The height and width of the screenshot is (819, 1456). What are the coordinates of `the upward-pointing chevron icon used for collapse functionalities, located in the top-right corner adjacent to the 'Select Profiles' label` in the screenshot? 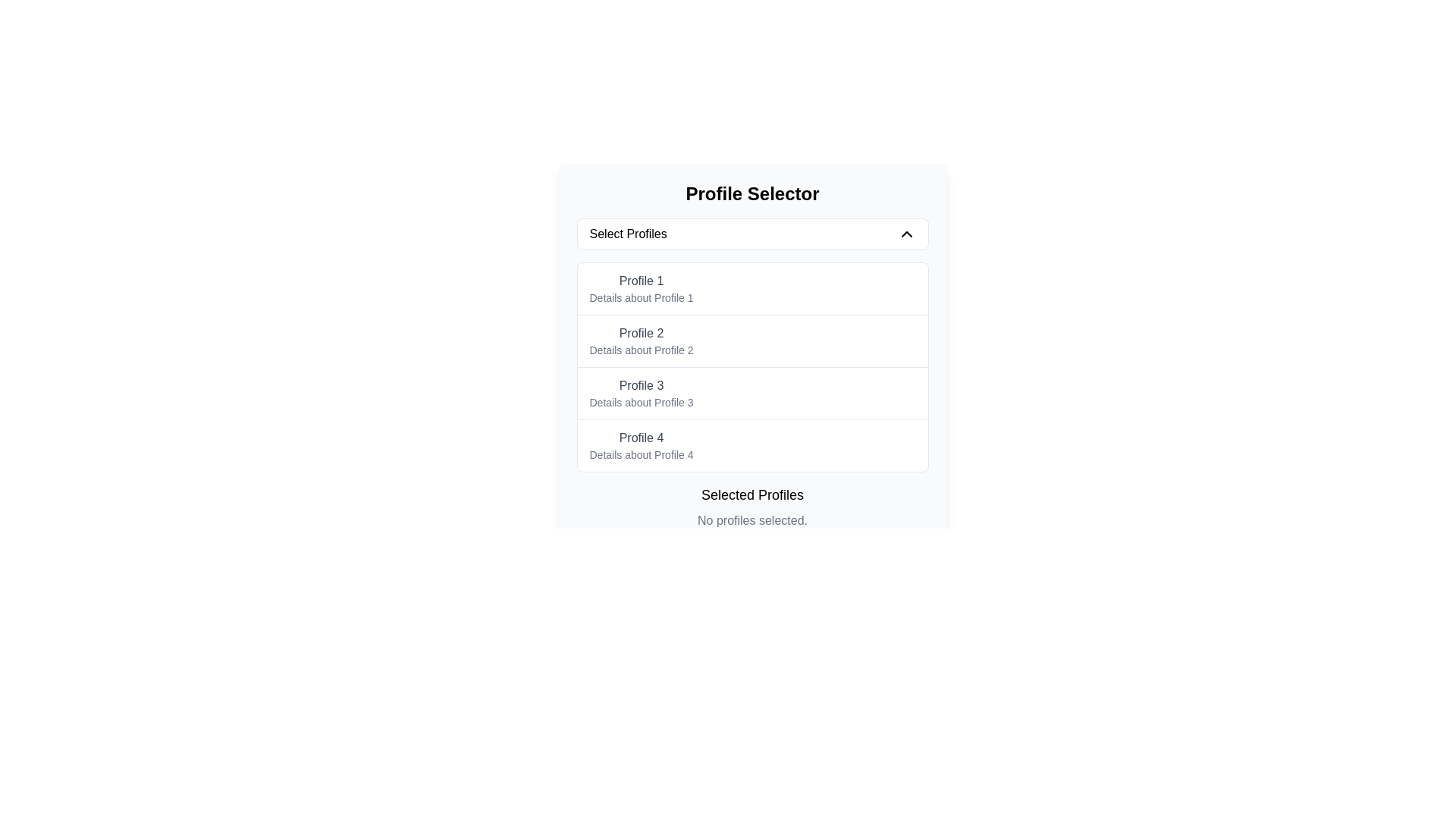 It's located at (906, 234).